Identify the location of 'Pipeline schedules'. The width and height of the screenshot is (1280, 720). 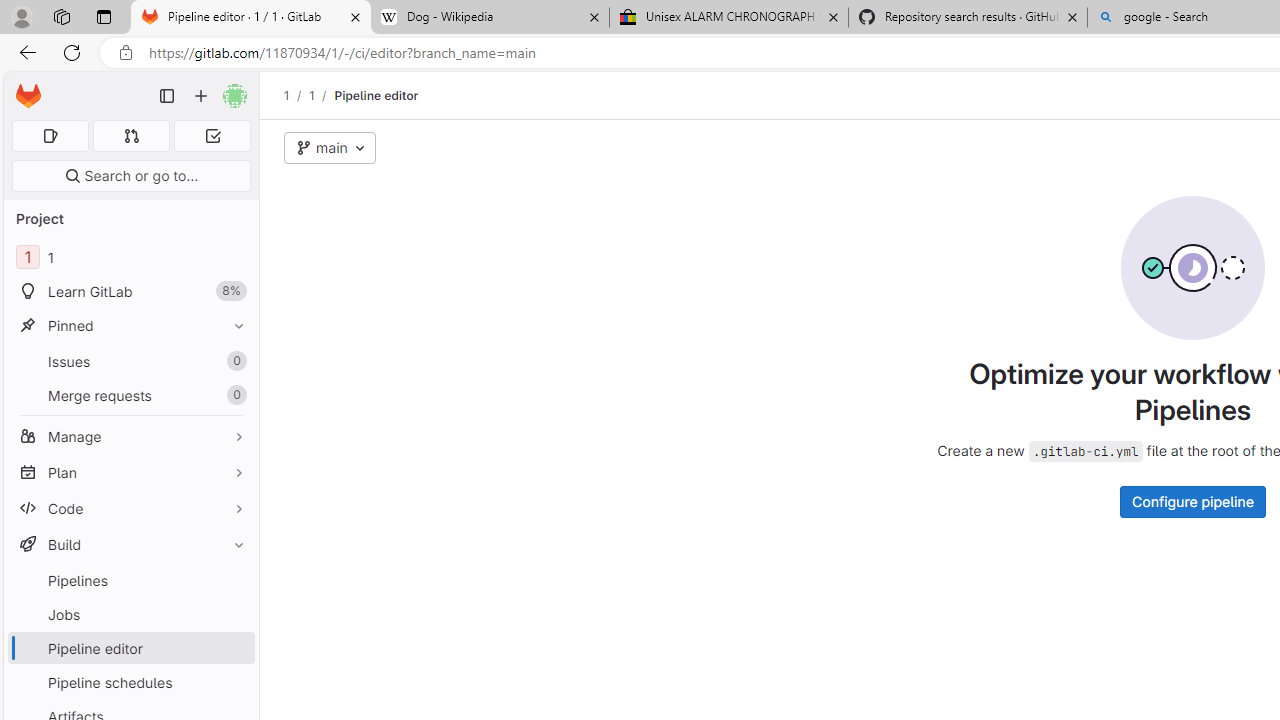
(130, 681).